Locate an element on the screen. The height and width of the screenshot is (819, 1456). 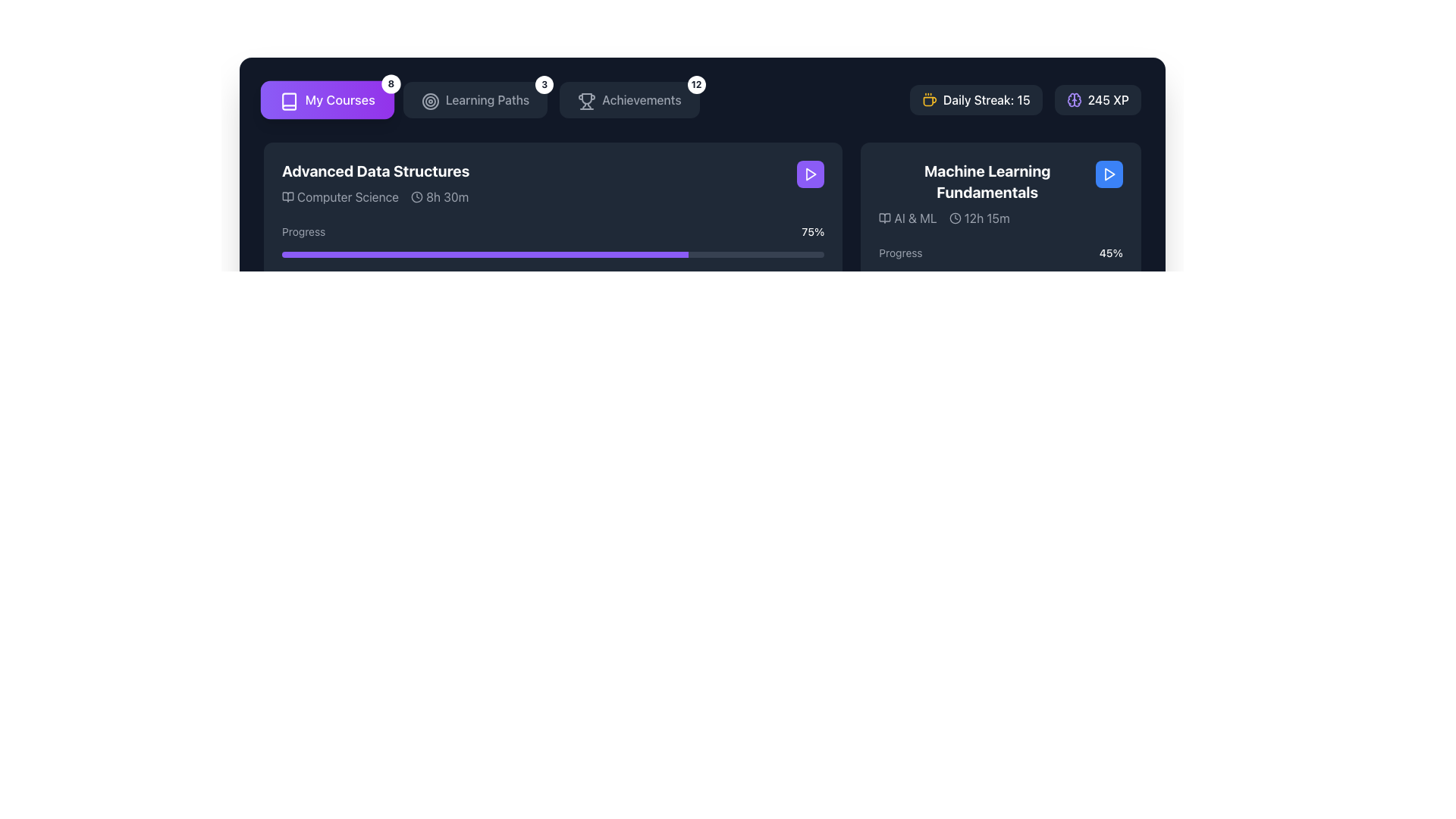
the trophy icon located within the 'Achievements' navigation button at the top bar section is located at coordinates (585, 99).